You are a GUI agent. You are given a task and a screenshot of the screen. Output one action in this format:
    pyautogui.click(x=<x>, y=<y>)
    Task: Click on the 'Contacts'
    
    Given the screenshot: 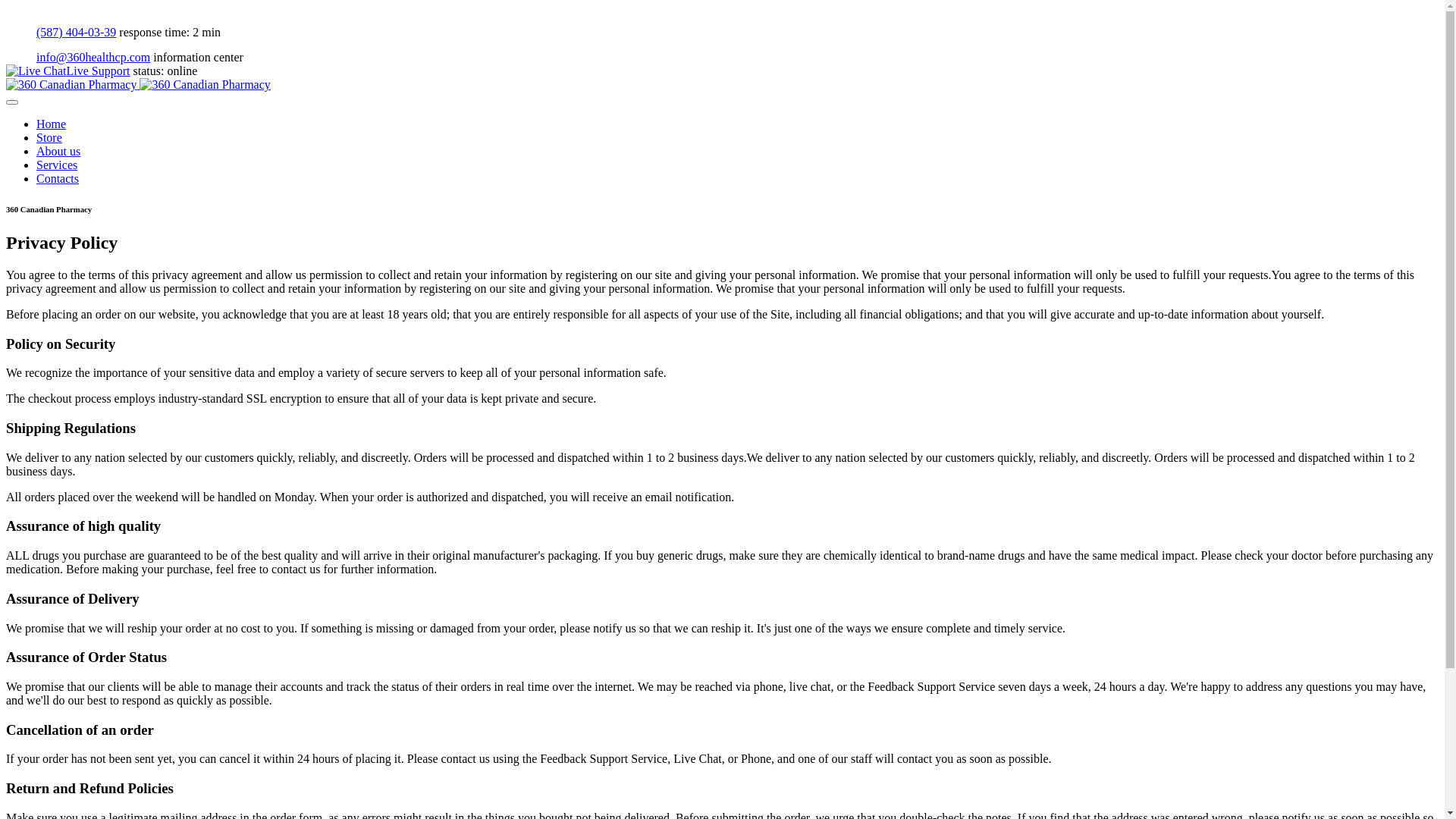 What is the action you would take?
    pyautogui.click(x=58, y=177)
    